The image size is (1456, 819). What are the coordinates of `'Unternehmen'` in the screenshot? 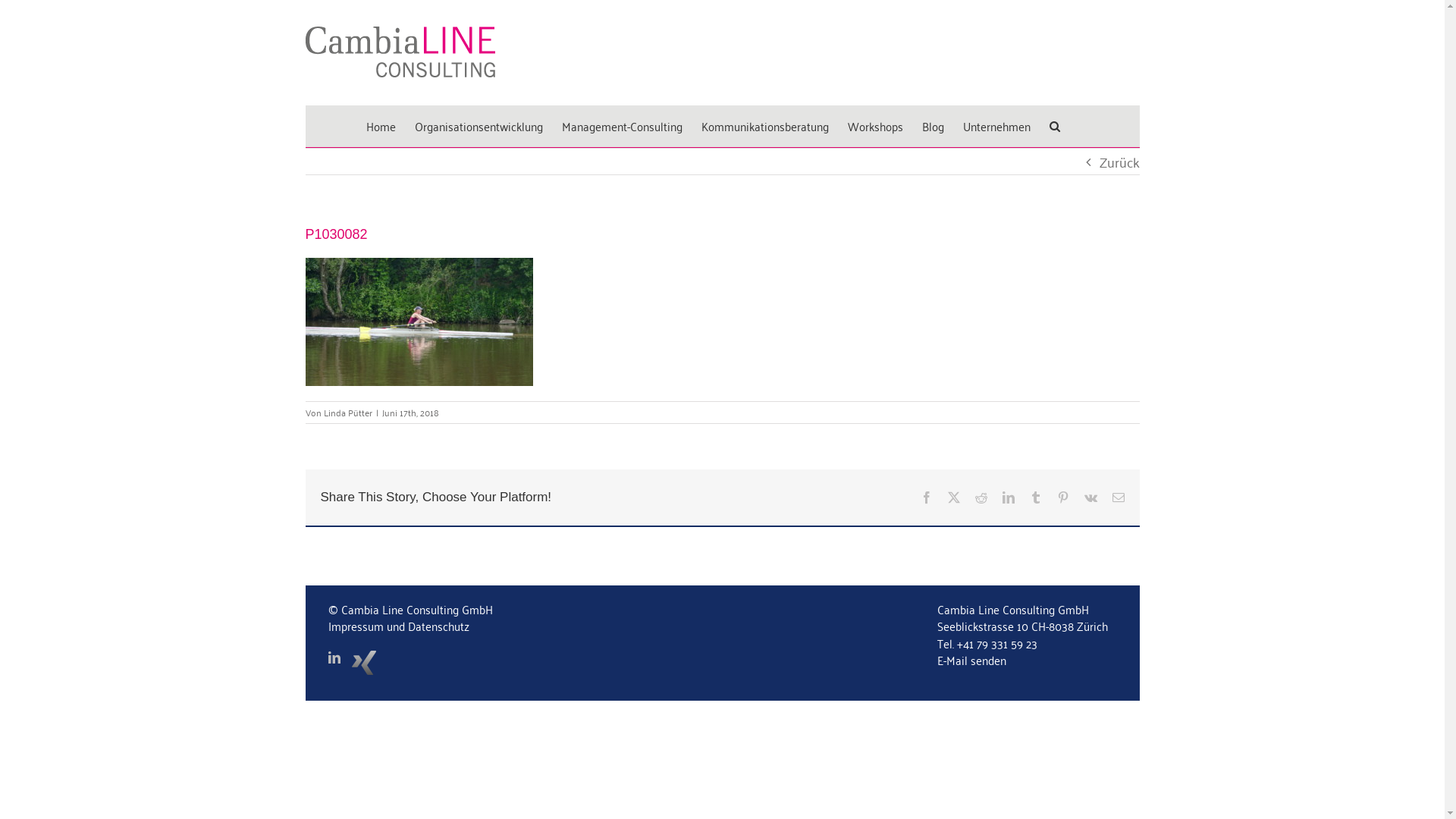 It's located at (996, 125).